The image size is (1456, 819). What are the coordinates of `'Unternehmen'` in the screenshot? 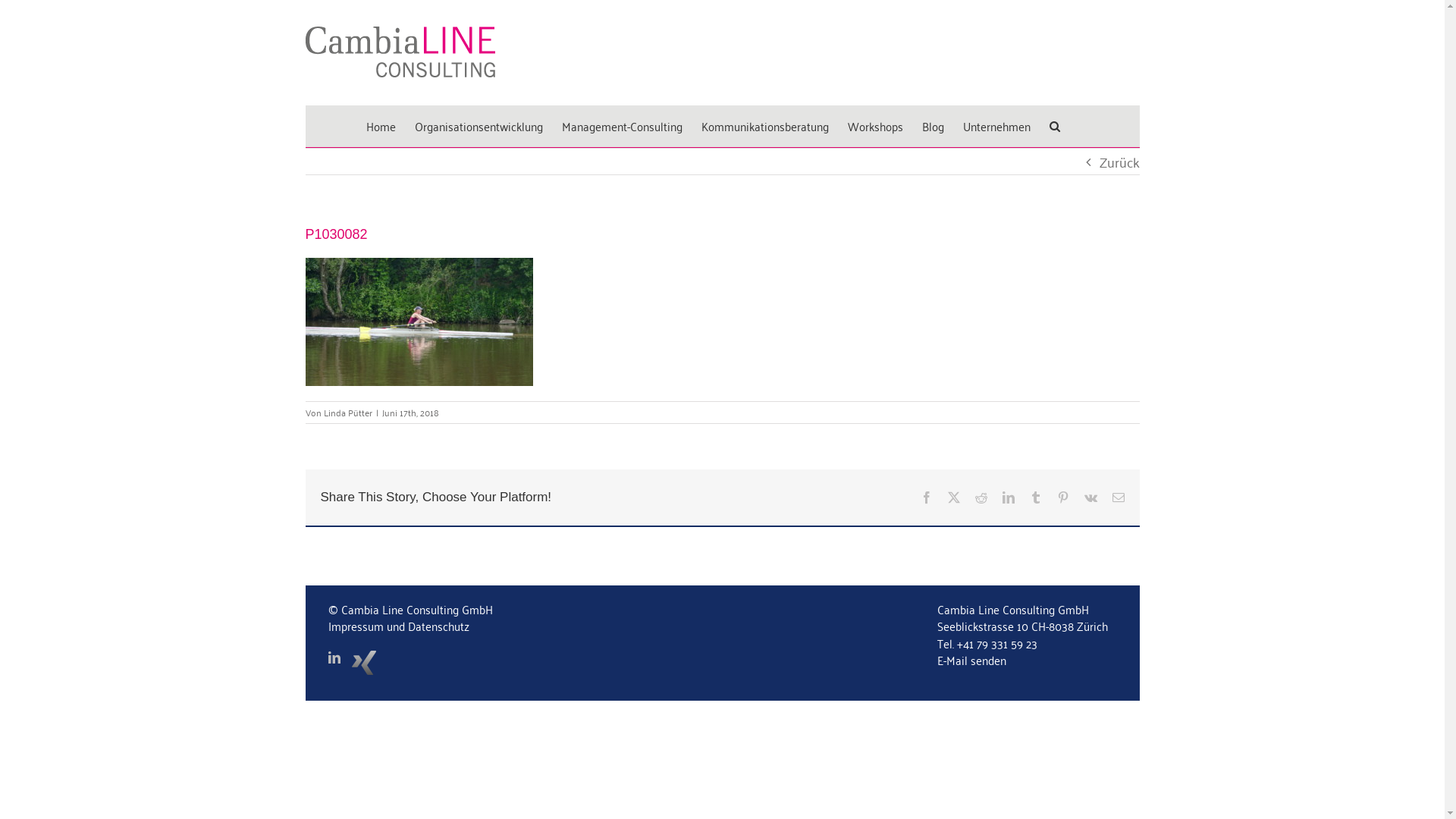 It's located at (996, 125).